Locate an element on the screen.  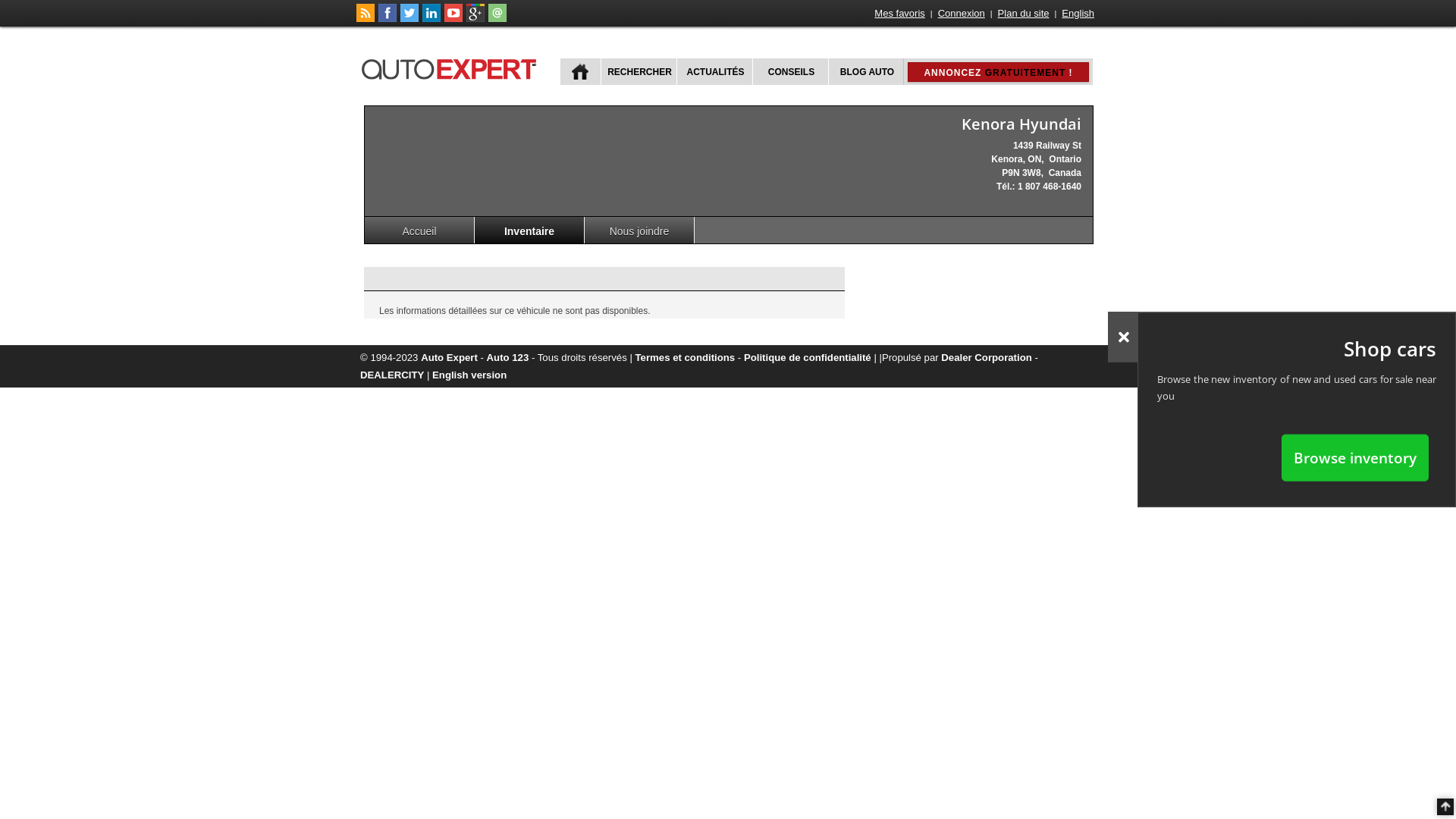
'Termes et conditions' is located at coordinates (684, 357).